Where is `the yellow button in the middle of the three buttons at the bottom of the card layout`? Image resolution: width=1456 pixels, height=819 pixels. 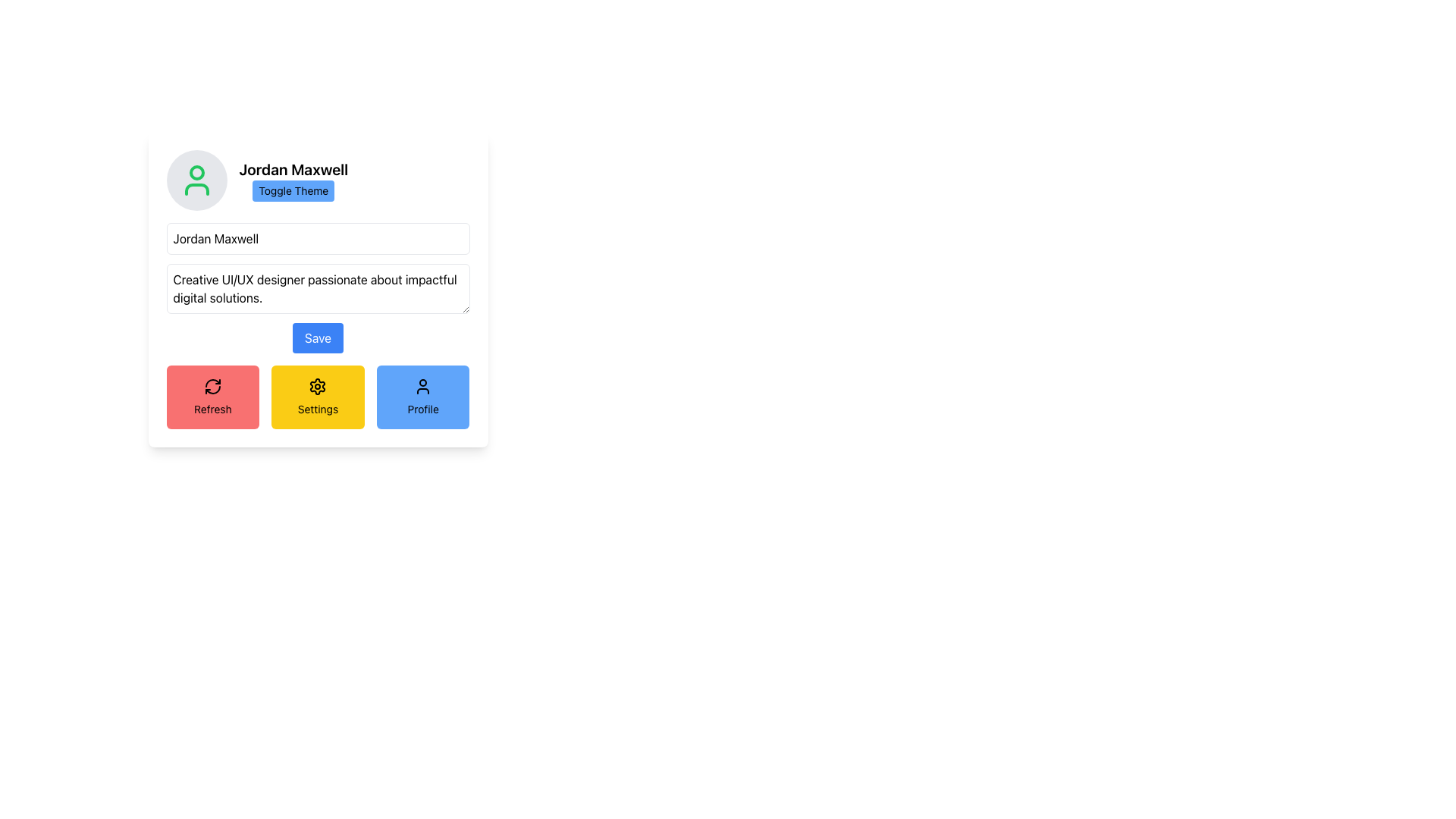
the yellow button in the middle of the three buttons at the bottom of the card layout is located at coordinates (317, 397).